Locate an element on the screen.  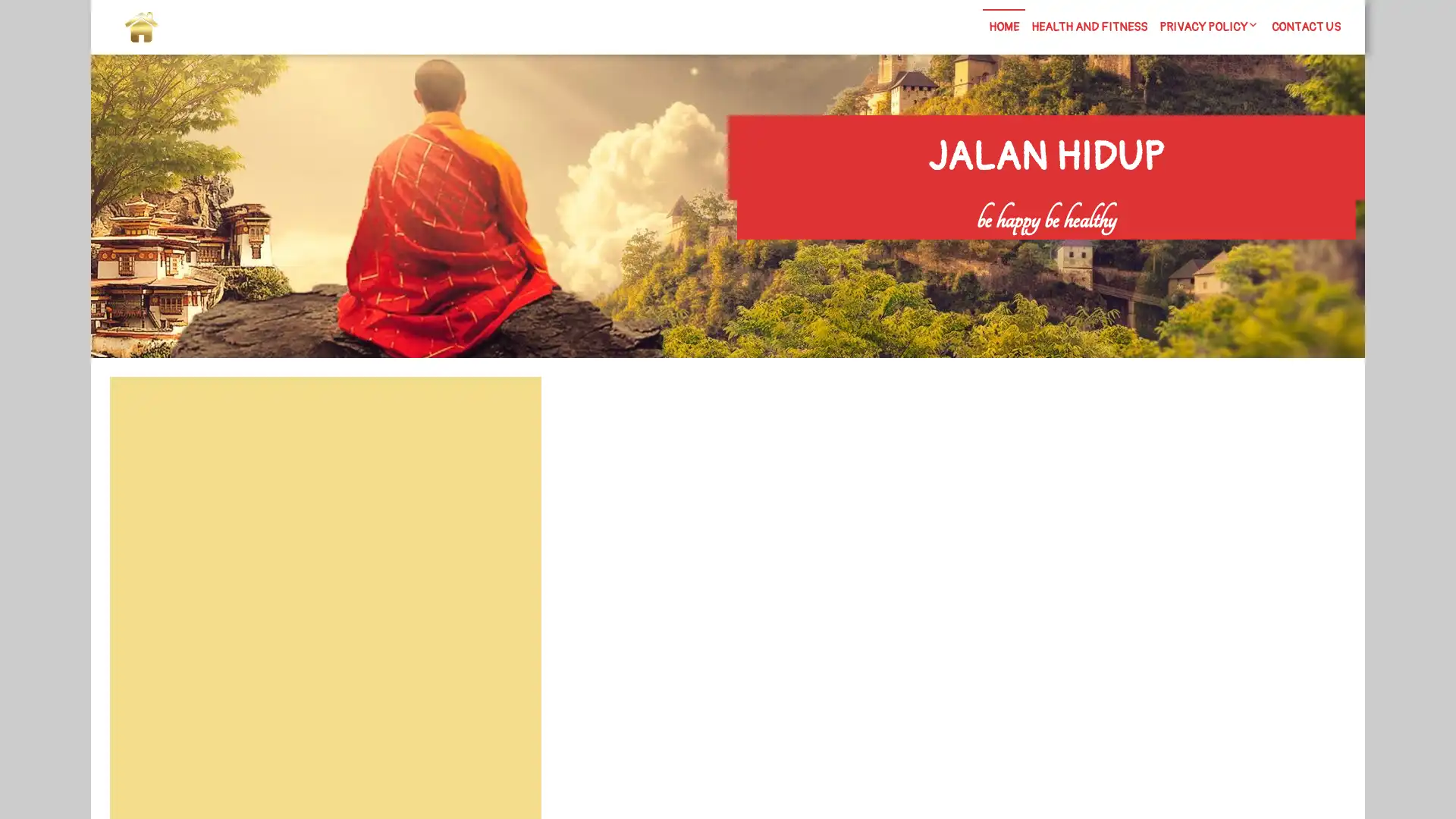
Search is located at coordinates (1181, 248).